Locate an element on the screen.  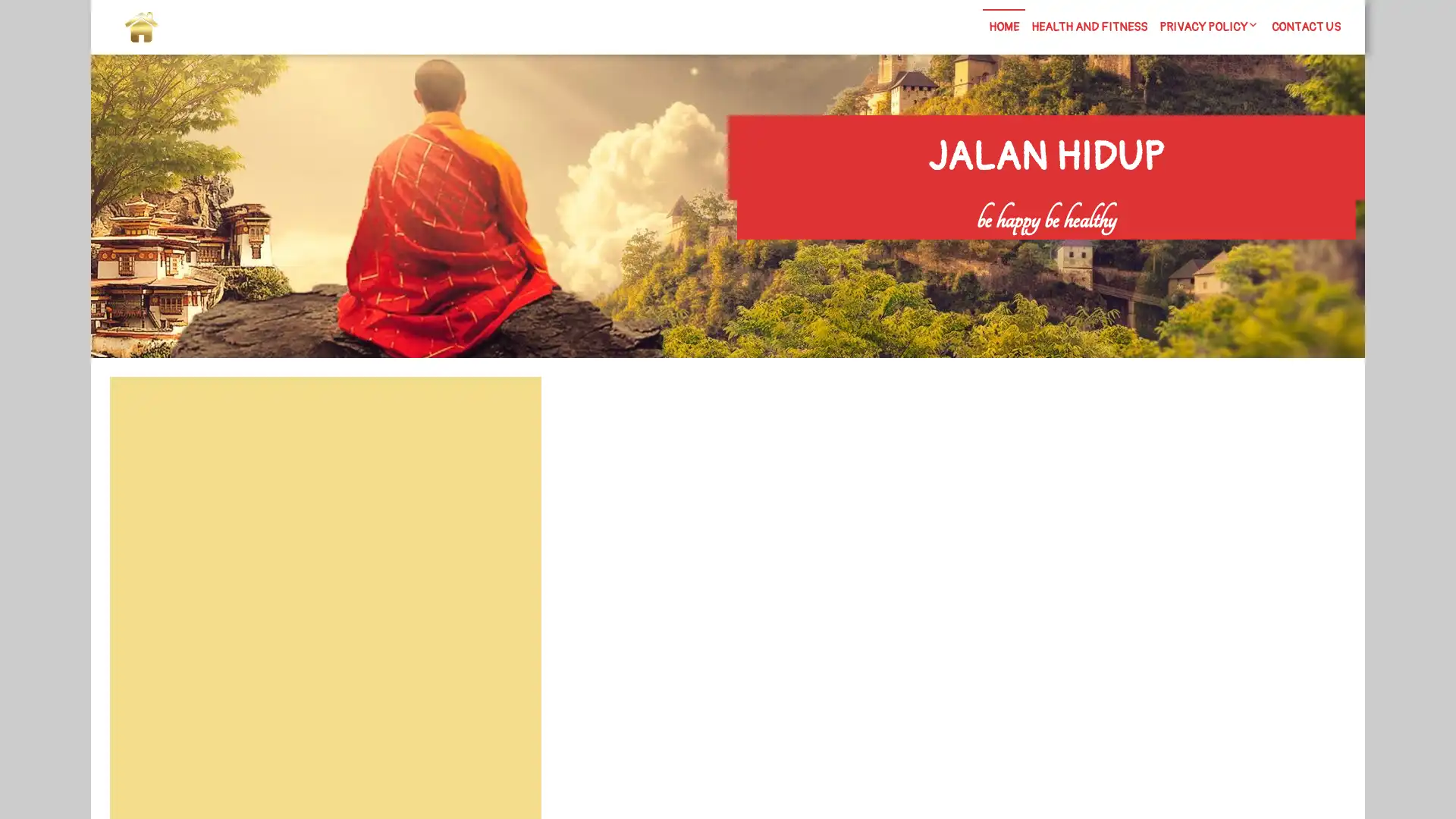
Search is located at coordinates (1181, 248).